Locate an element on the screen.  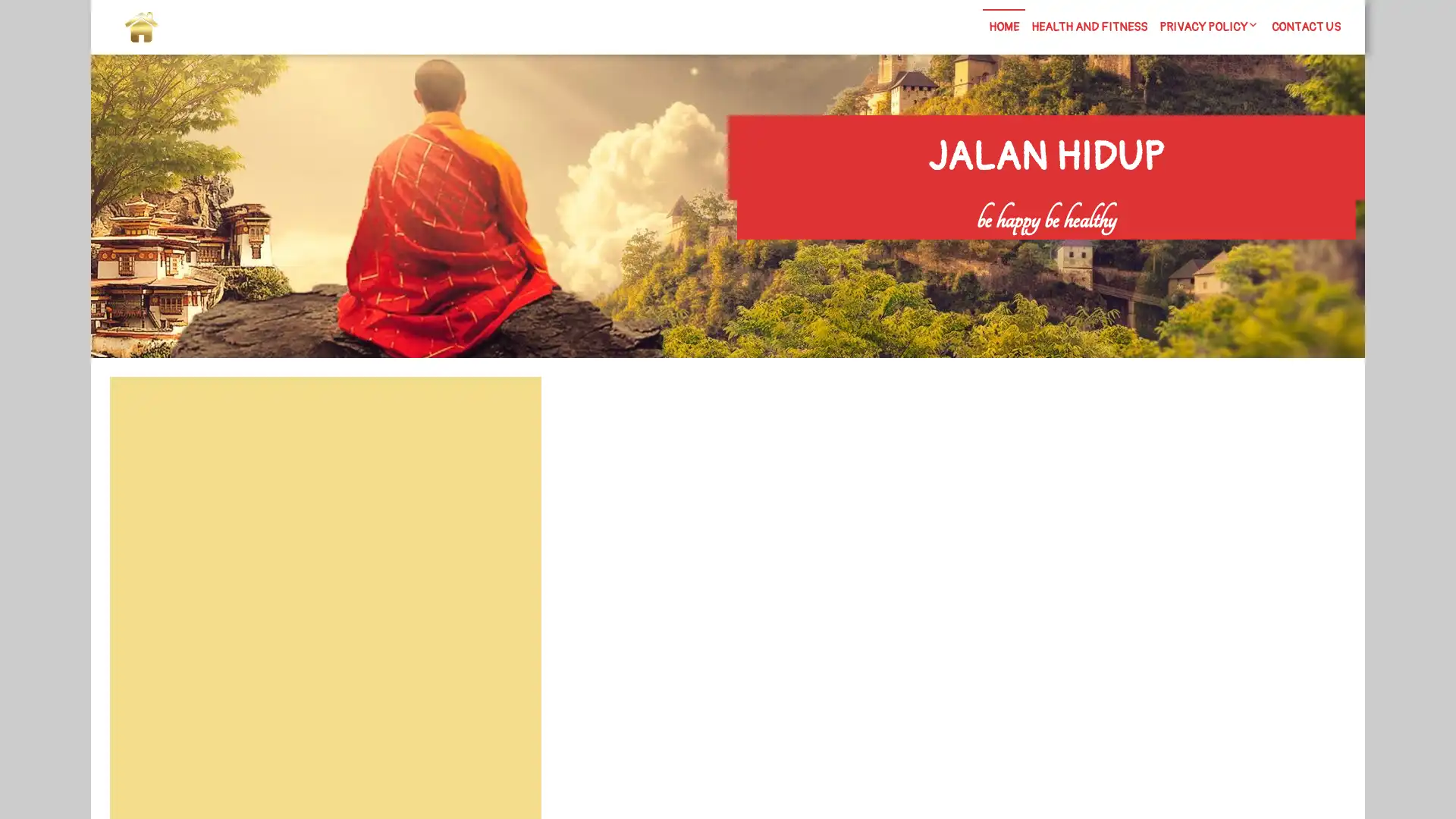
Search is located at coordinates (1181, 248).